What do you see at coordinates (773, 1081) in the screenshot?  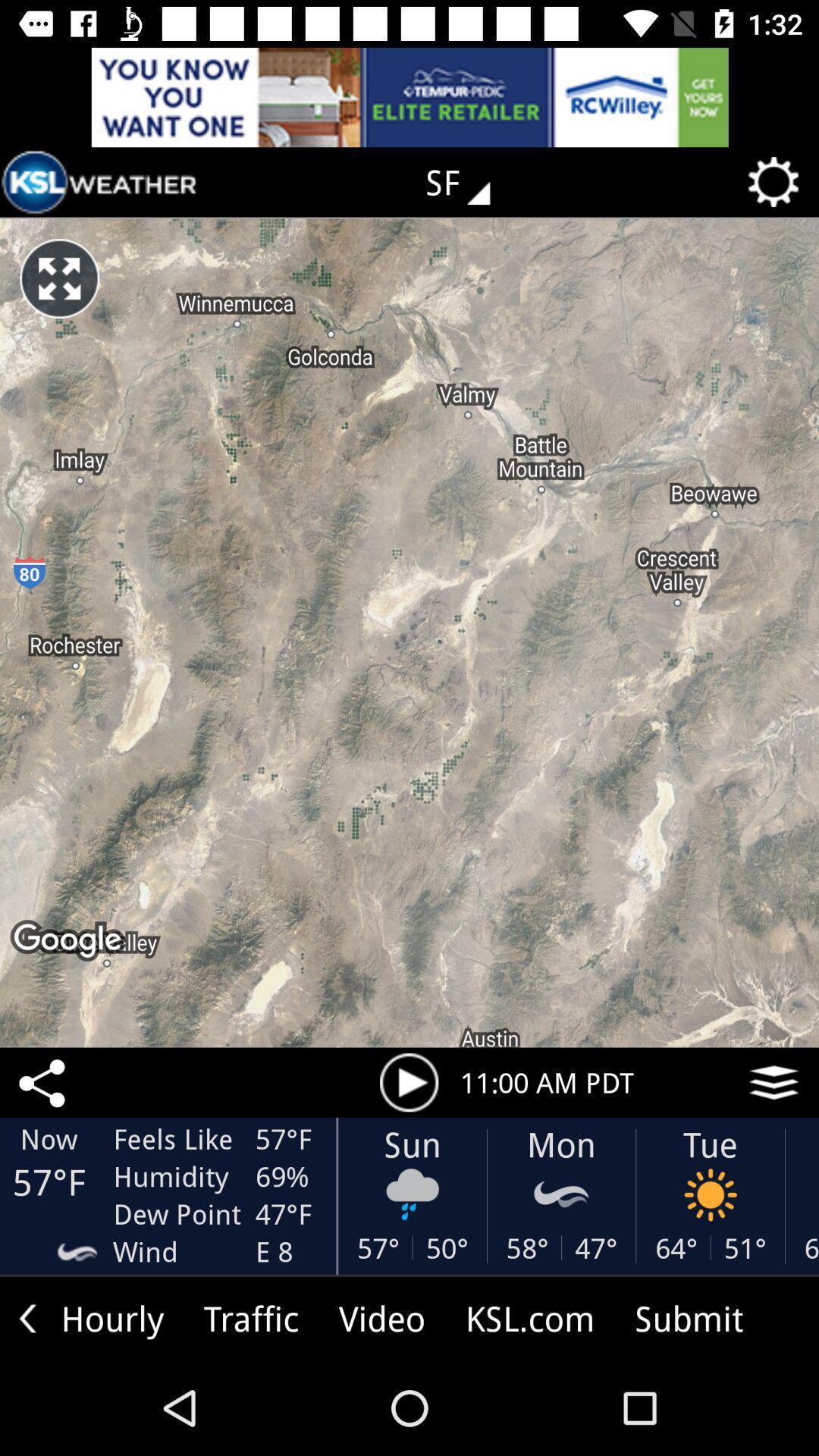 I see `the layers icon` at bounding box center [773, 1081].